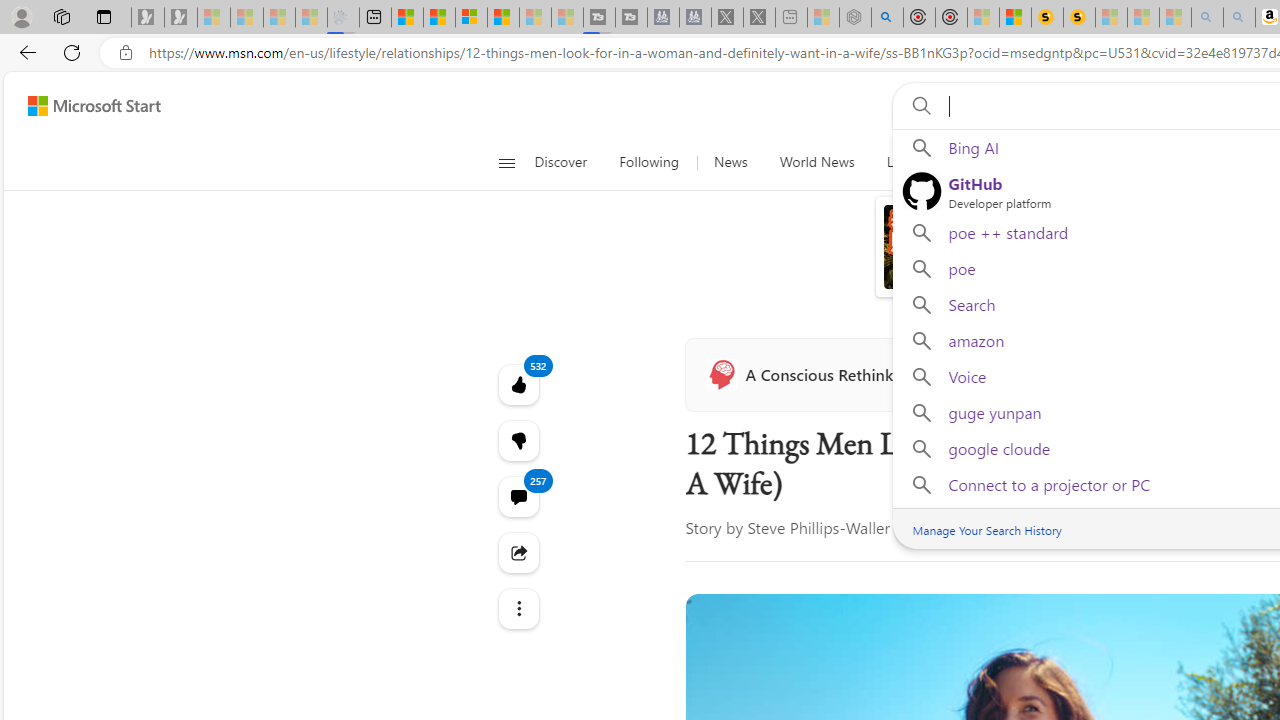  What do you see at coordinates (945, 375) in the screenshot?
I see `'Follow'` at bounding box center [945, 375].